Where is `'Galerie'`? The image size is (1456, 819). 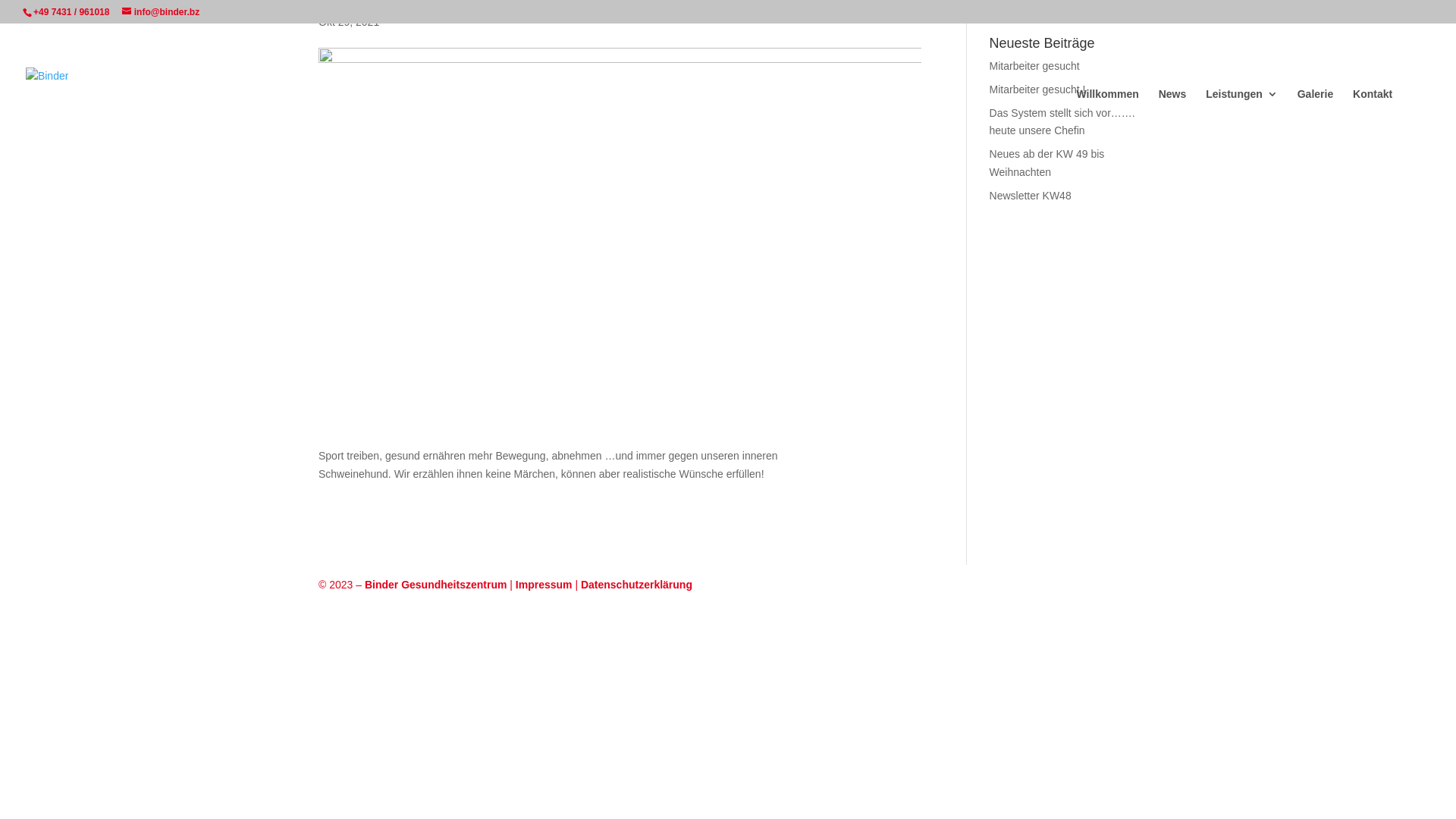 'Galerie' is located at coordinates (1314, 105).